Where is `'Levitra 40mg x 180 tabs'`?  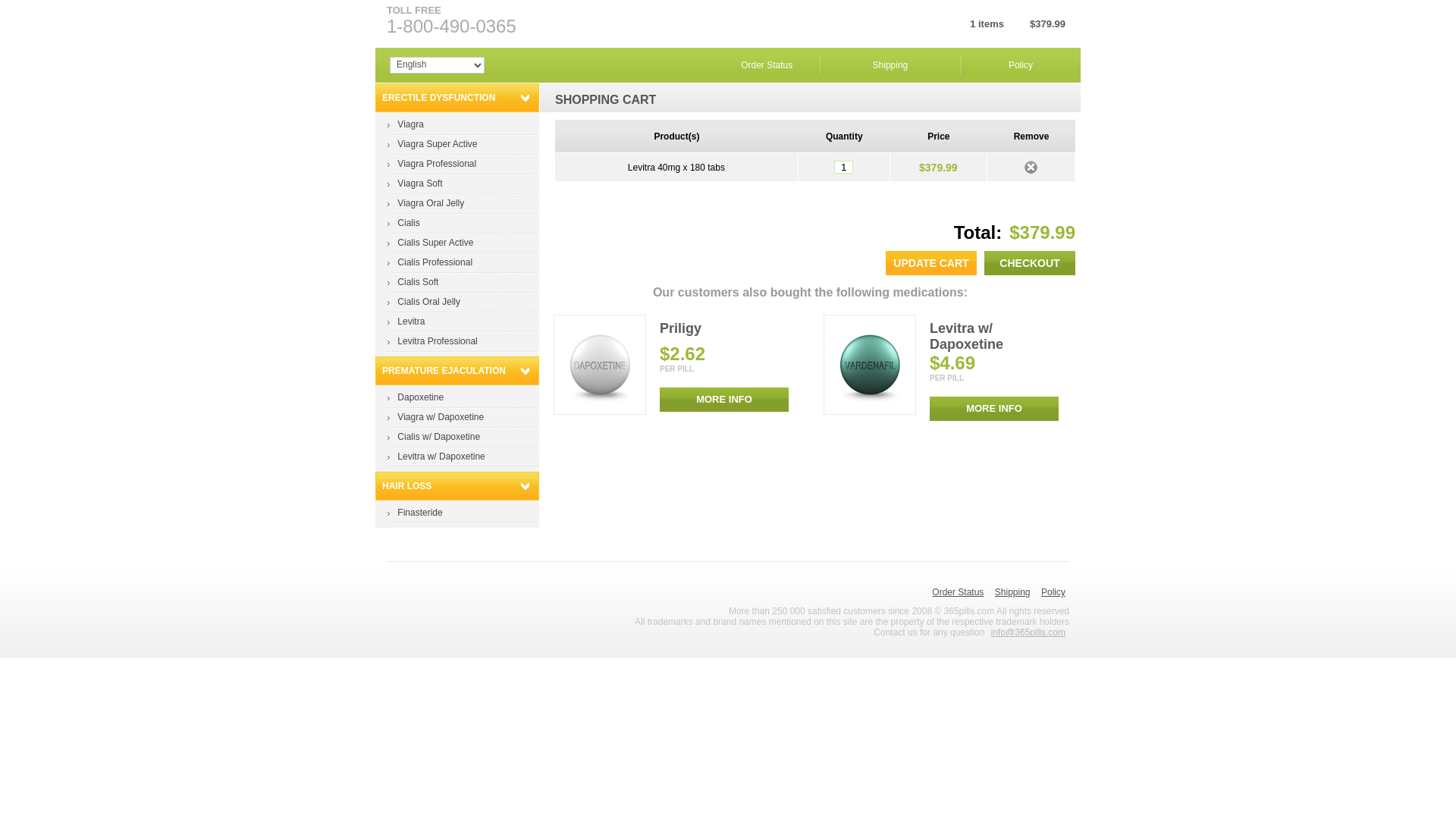 'Levitra 40mg x 180 tabs' is located at coordinates (676, 167).